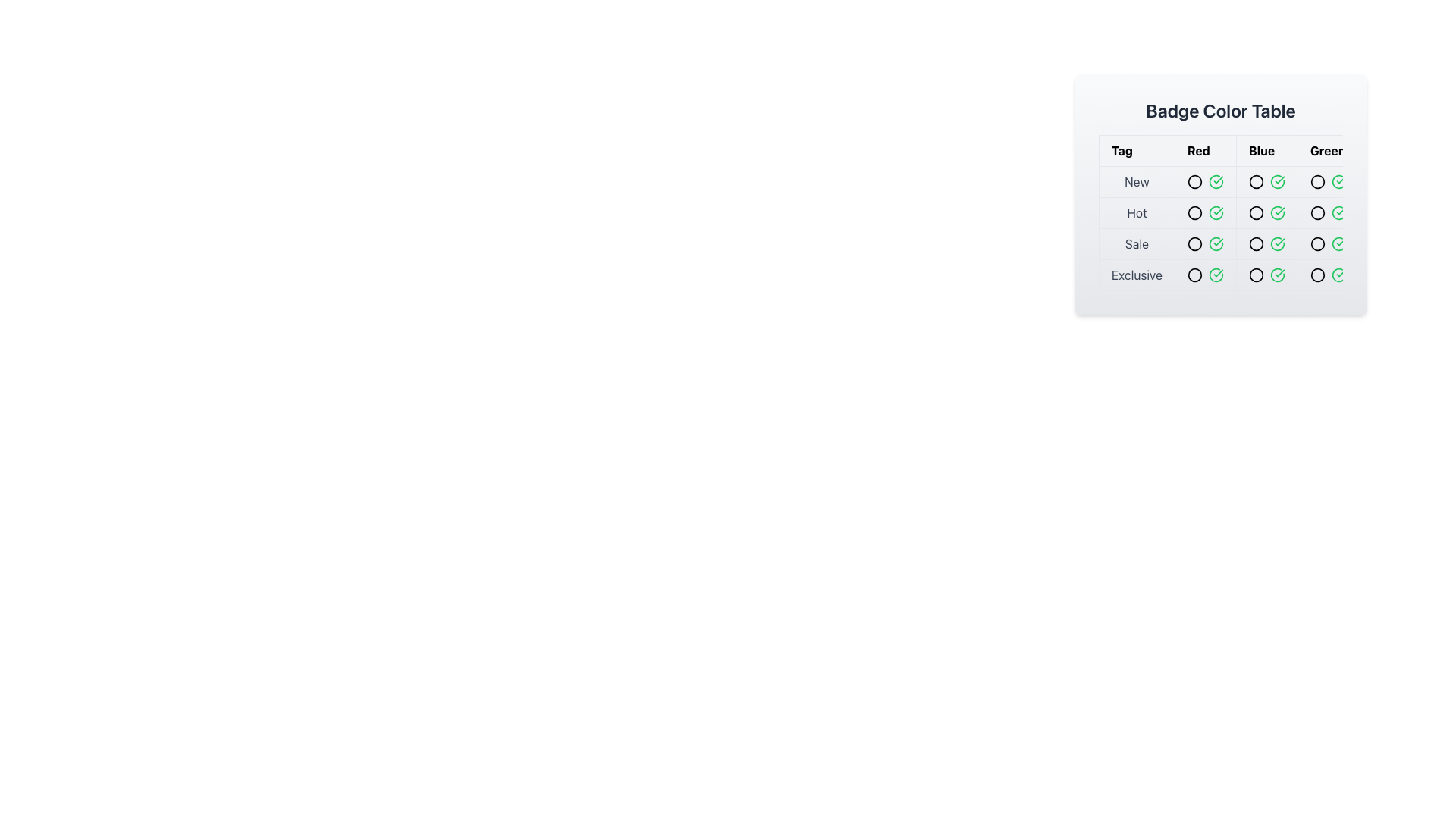  Describe the element at coordinates (1256, 180) in the screenshot. I see `the status indicator icon located in the 'Blue' column and 'New' row of the table layout` at that location.